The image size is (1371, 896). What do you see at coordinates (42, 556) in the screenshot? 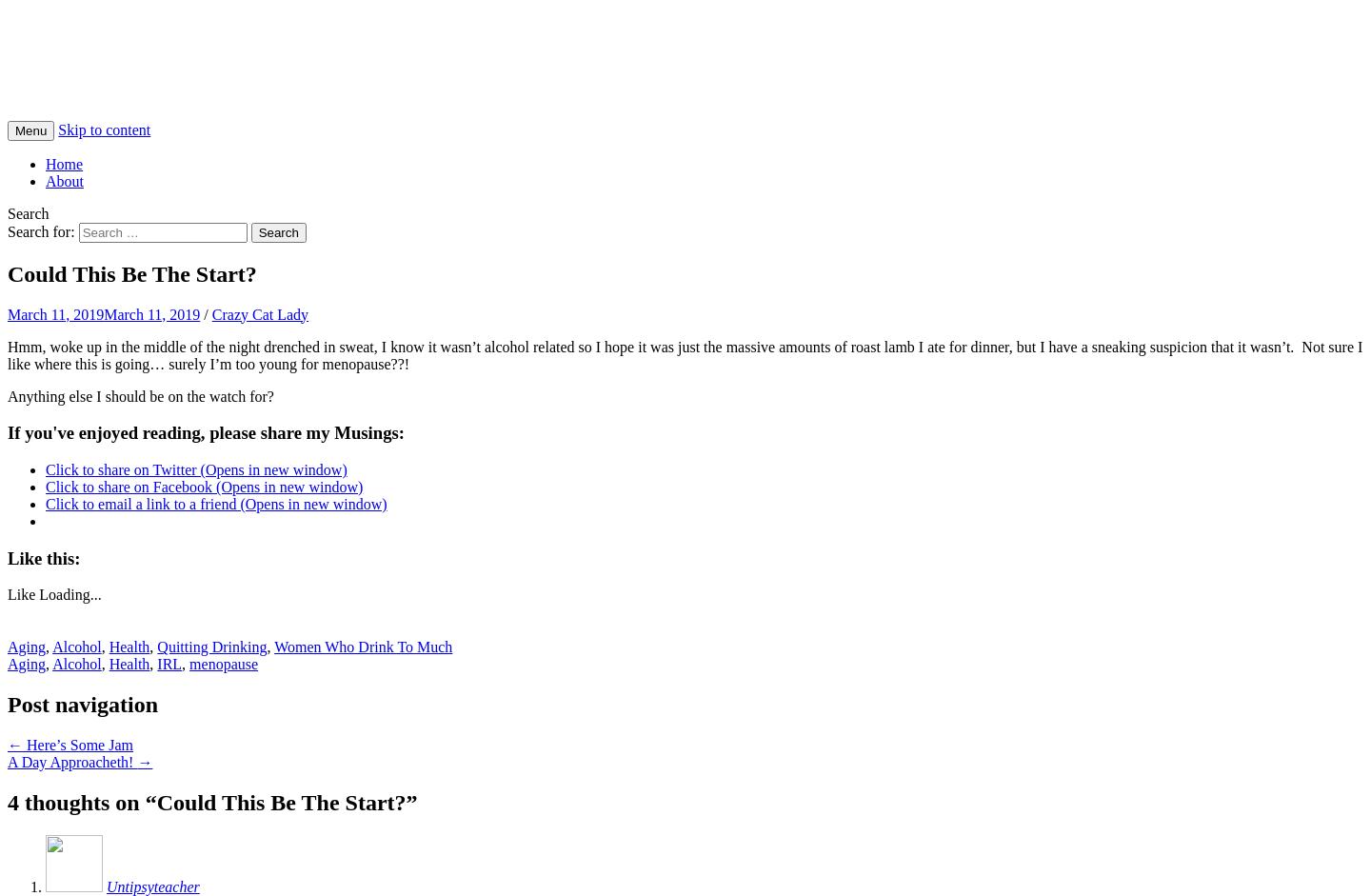
I see `'Like this:'` at bounding box center [42, 556].